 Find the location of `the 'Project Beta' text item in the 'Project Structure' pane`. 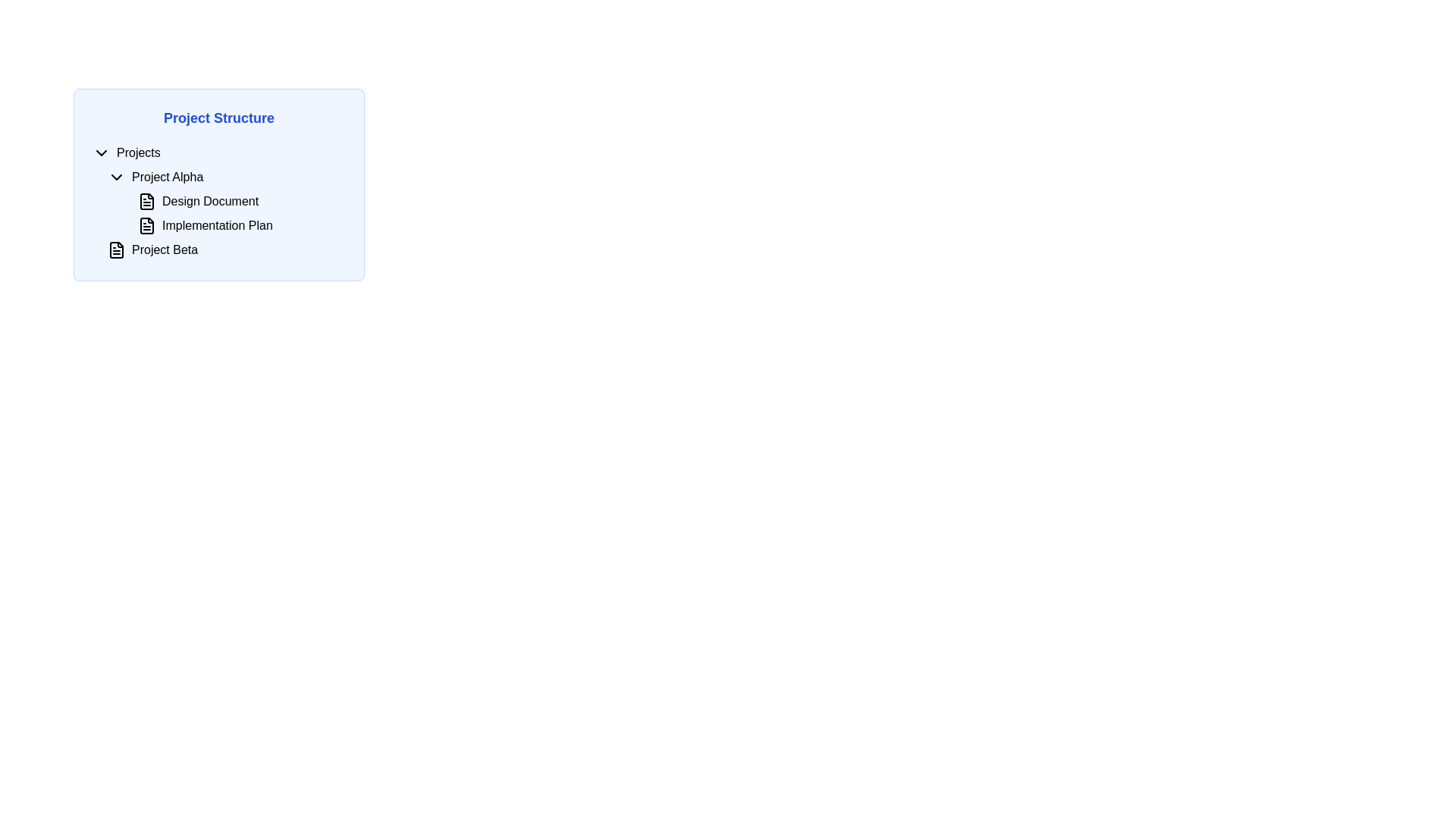

the 'Project Beta' text item in the 'Project Structure' pane is located at coordinates (165, 249).